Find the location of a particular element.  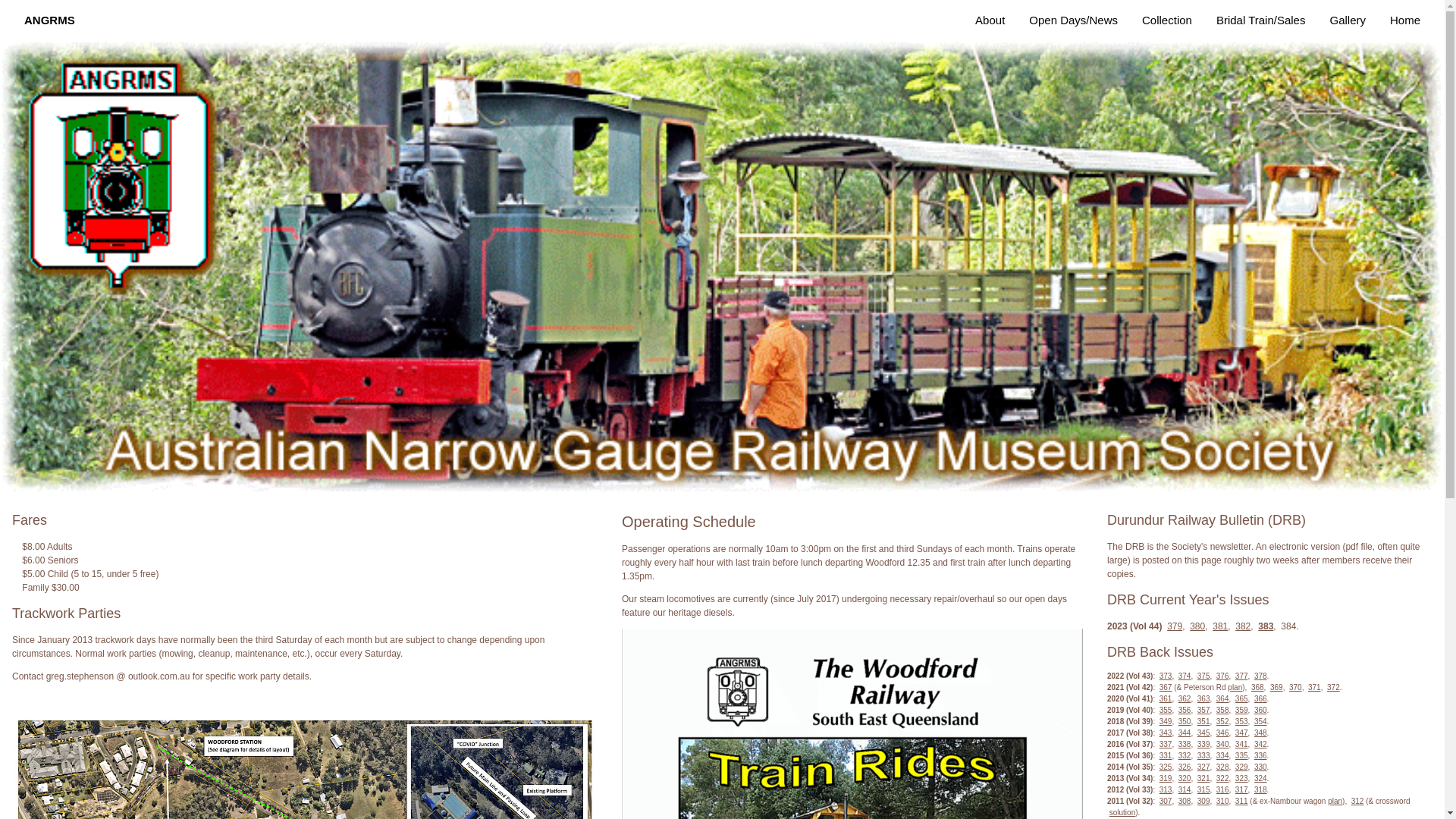

'376' is located at coordinates (1222, 675).